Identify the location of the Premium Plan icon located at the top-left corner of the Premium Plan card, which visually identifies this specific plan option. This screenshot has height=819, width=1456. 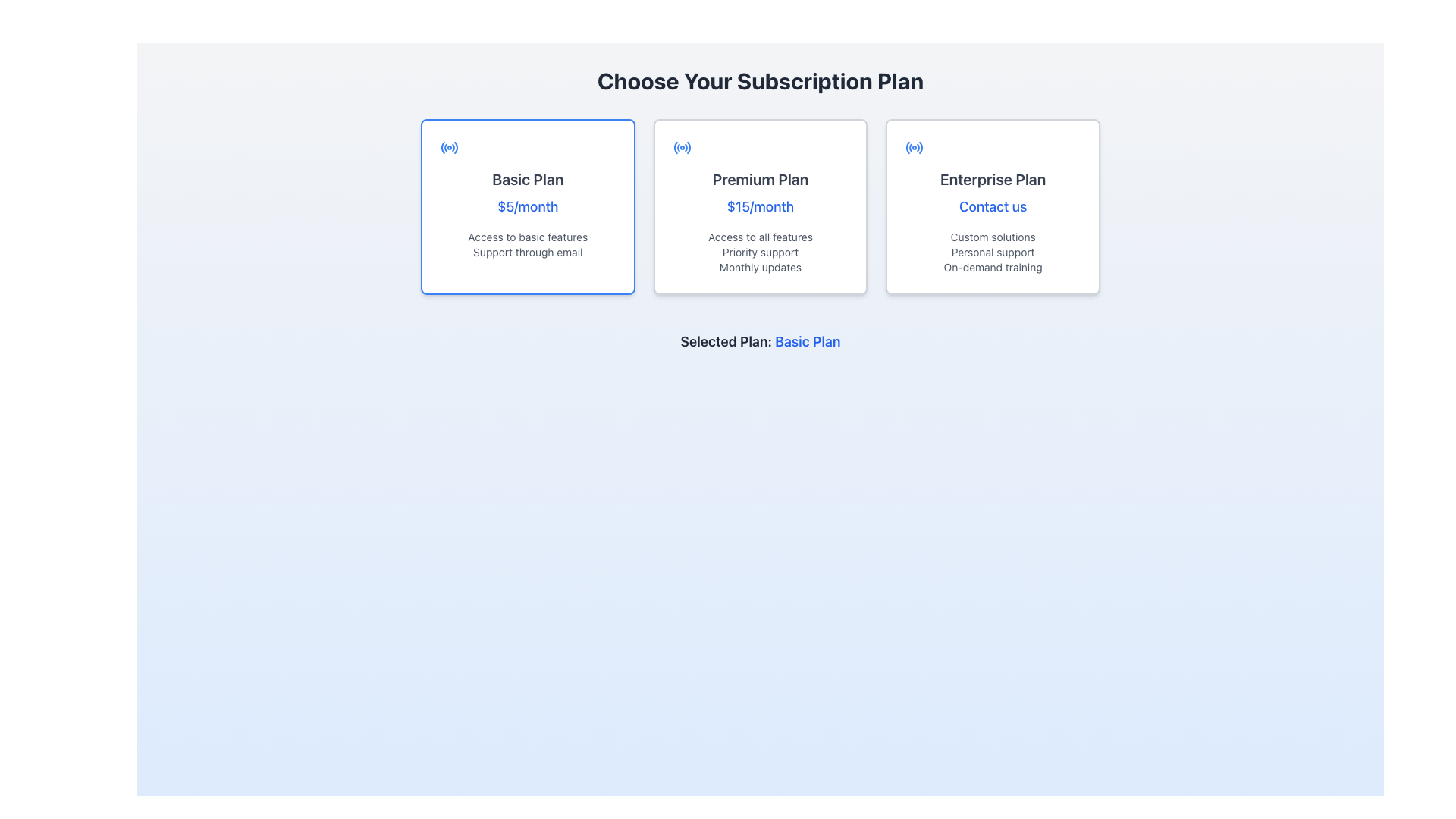
(681, 148).